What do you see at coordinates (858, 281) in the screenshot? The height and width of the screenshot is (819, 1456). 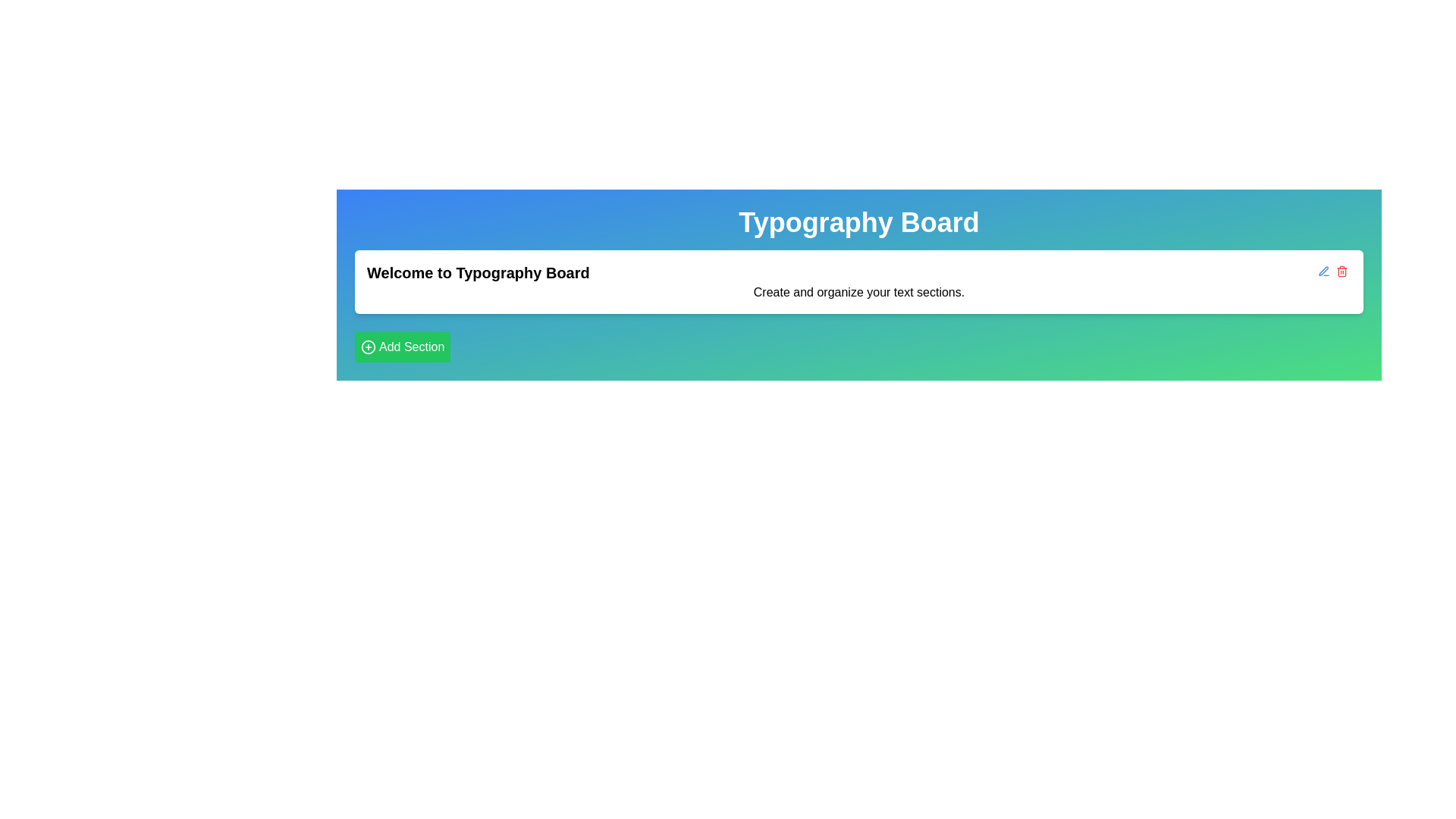 I see `the text block displaying 'Welcome to Typography BoardCreate and organize your text sections.' which is located below the title 'Typography Board' in the gradient-colored header area` at bounding box center [858, 281].